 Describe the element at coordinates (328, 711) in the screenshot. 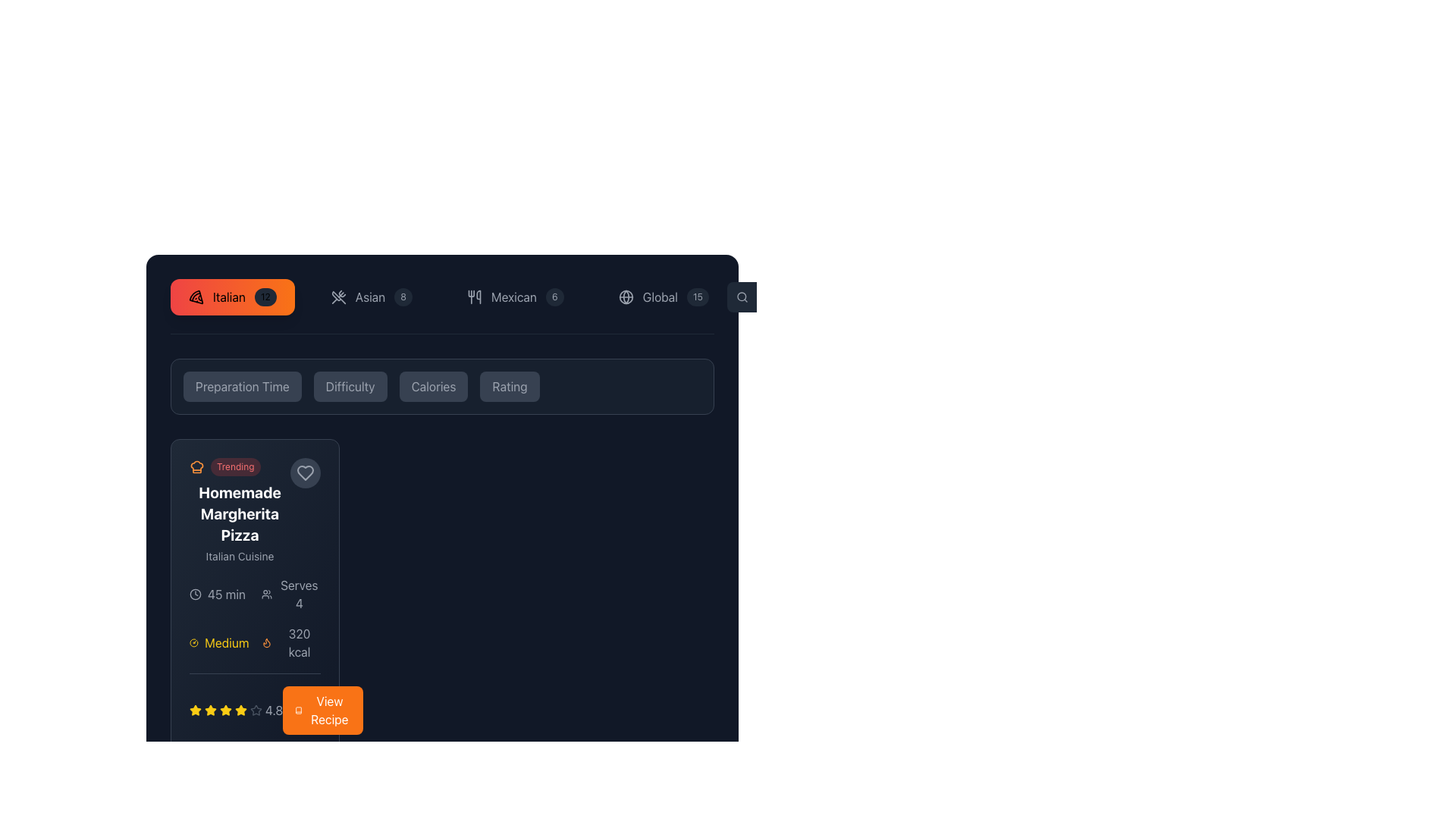

I see `the 'View Recipe' text label within the button` at that location.